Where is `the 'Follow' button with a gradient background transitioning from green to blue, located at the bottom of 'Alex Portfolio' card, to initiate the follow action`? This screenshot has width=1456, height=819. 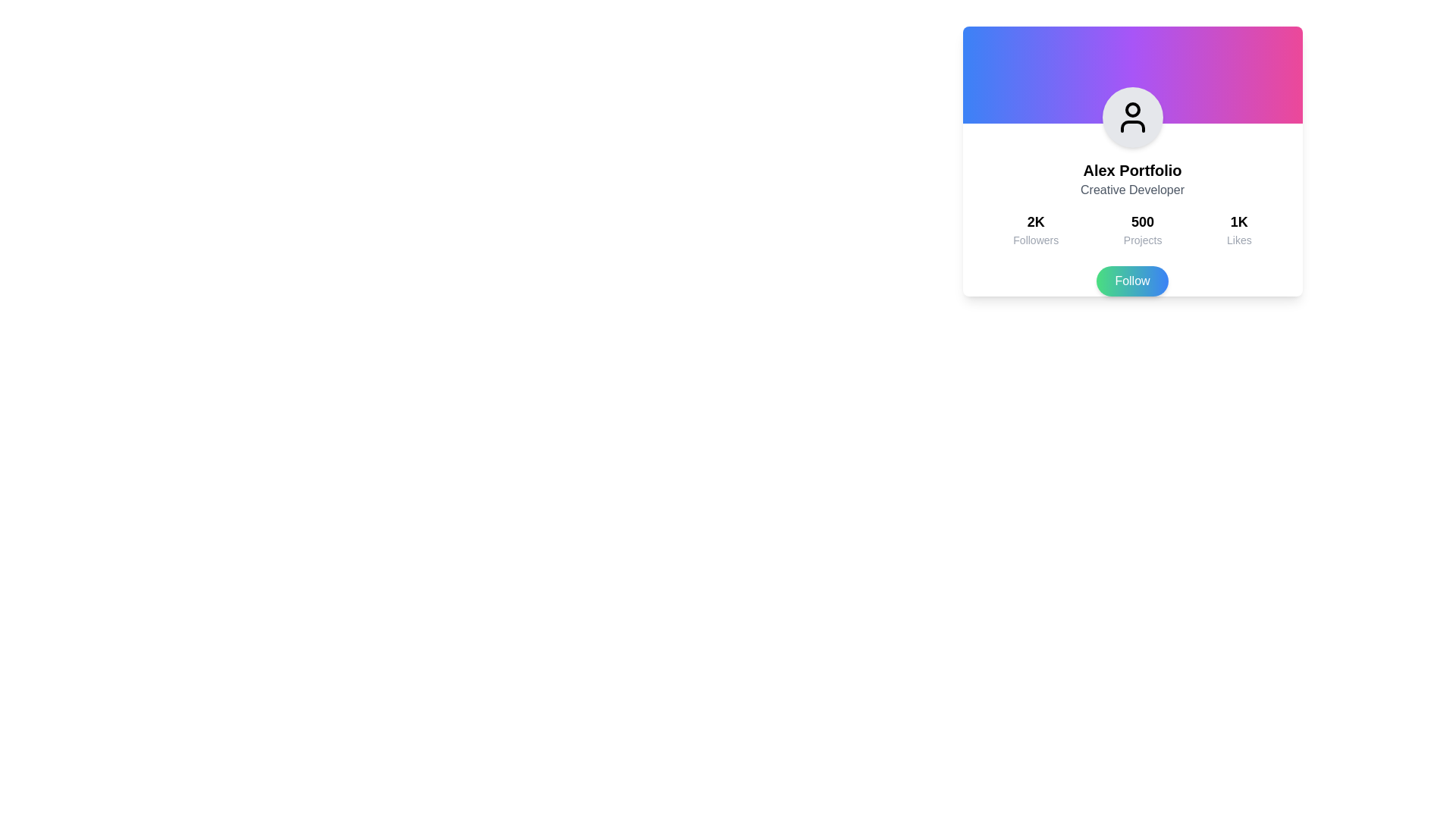 the 'Follow' button with a gradient background transitioning from green to blue, located at the bottom of 'Alex Portfolio' card, to initiate the follow action is located at coordinates (1132, 281).